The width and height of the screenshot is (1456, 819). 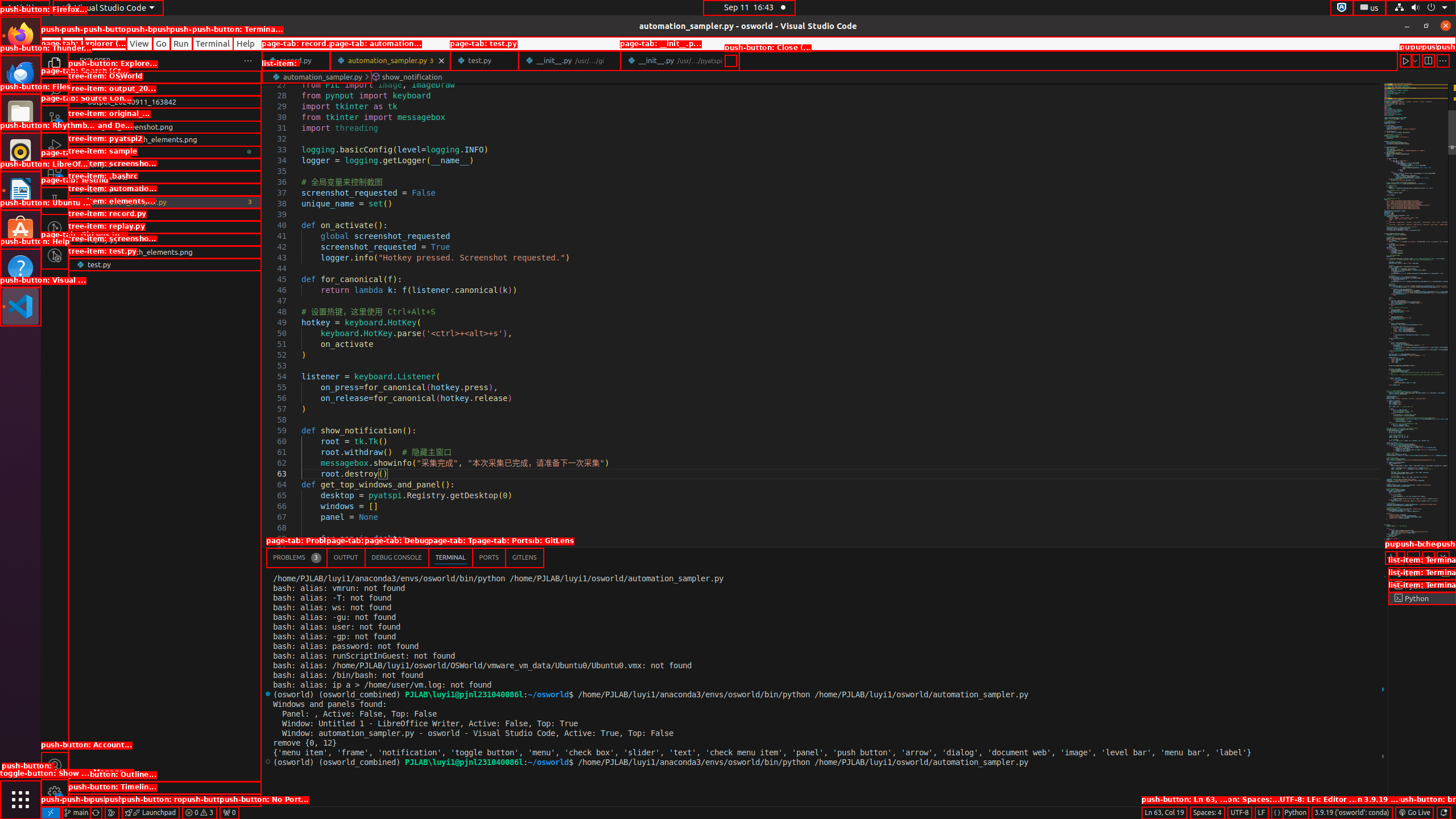 I want to click on 'OSWorld (Git) - main, Checkout Branch/Tag...', so click(x=76, y=812).